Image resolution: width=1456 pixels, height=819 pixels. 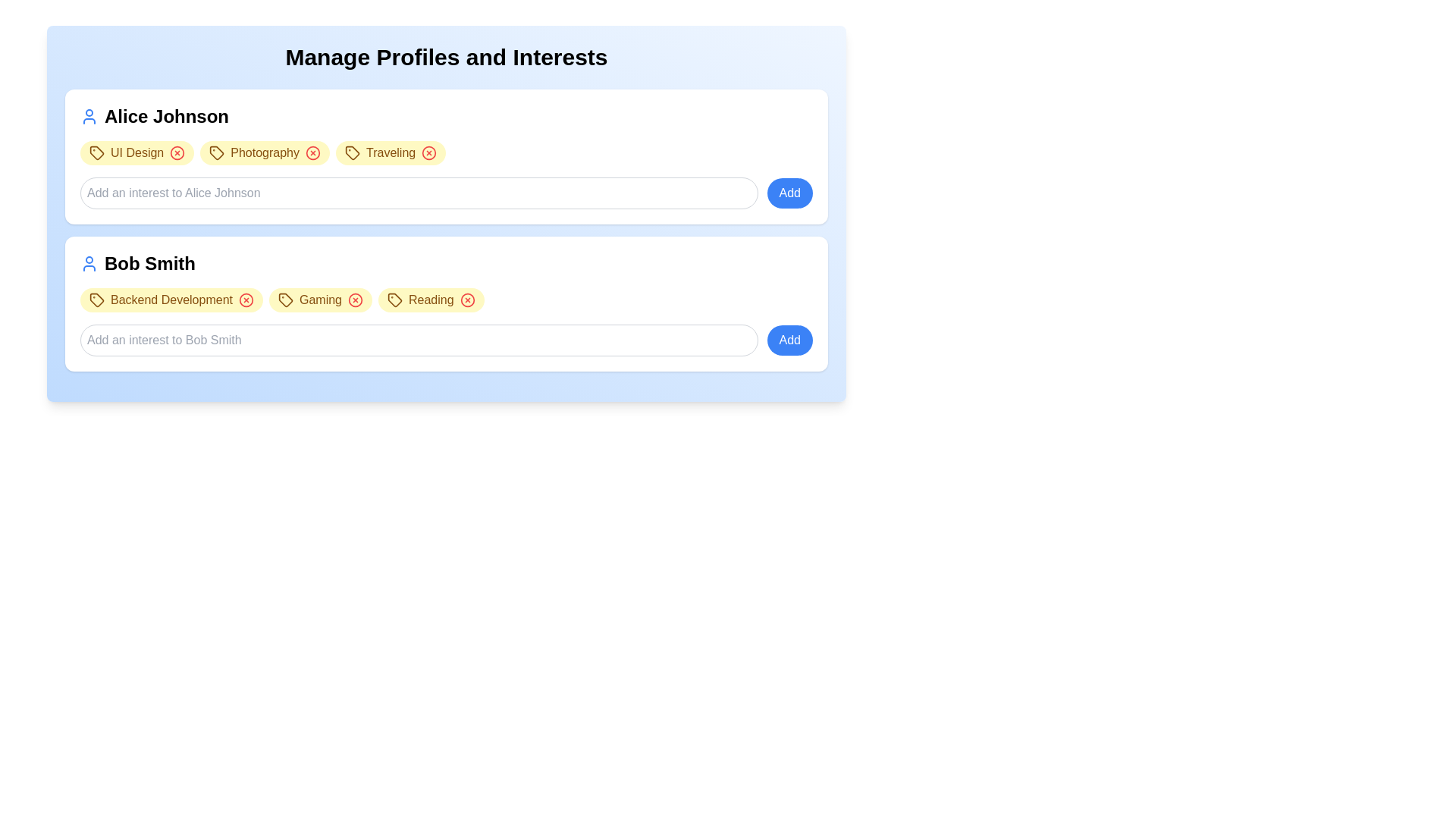 I want to click on the presence of the first icon within the 'Backend Development' interest tag under the 'Bob Smith' profile section, positioned near the left side, so click(x=96, y=300).